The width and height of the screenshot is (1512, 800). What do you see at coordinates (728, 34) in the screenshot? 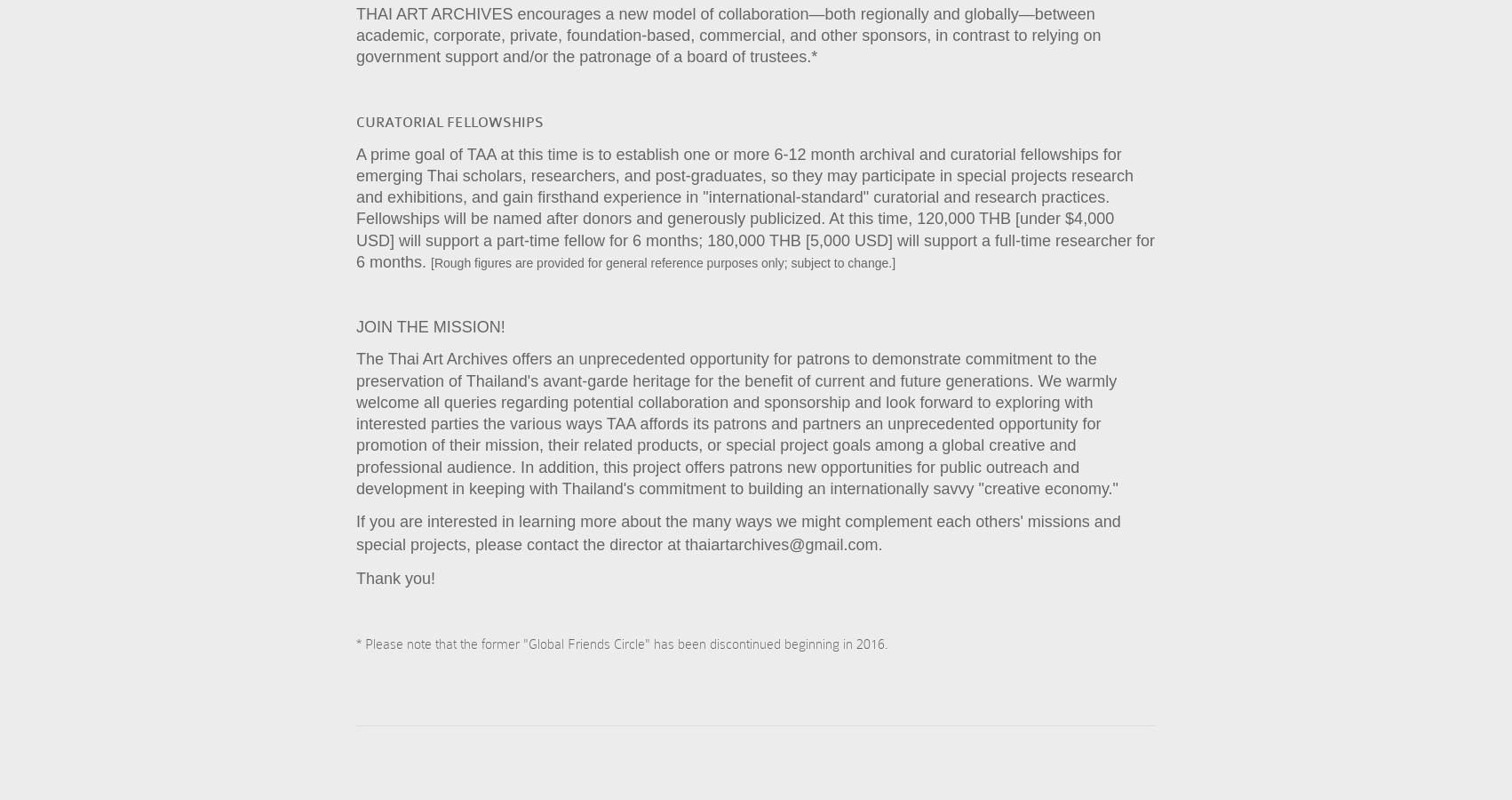
I see `'THAI ART ARCHIVES encourages a new model of collaboration—both regionally and globally—between academic, corporate, private, foundation-based, commercial, and other sponsors, in contrast to relying on government support and/or the patronage of a board of trustees.*'` at bounding box center [728, 34].